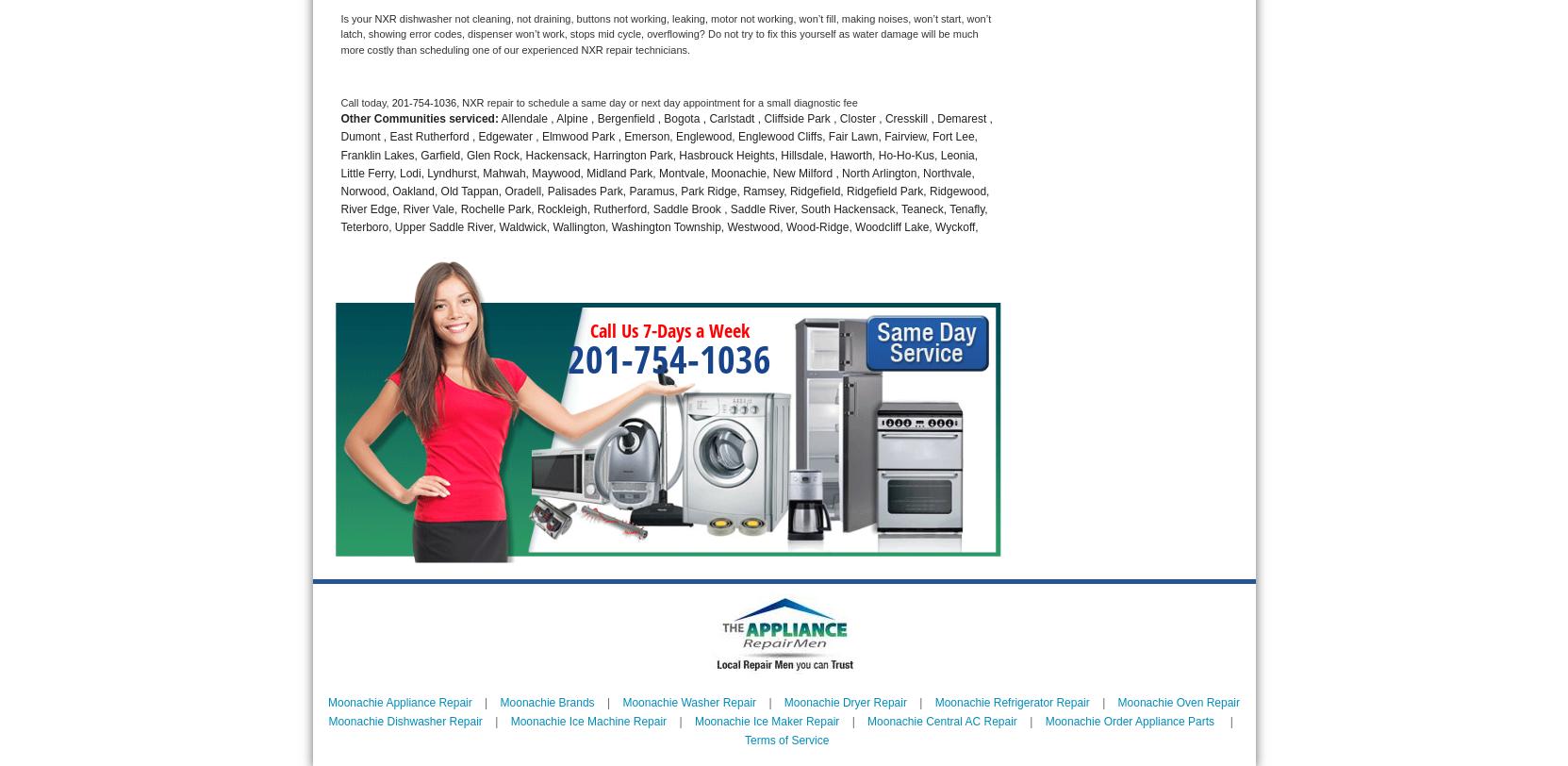 This screenshot has width=1568, height=766. What do you see at coordinates (786, 740) in the screenshot?
I see `'Terms of Service'` at bounding box center [786, 740].